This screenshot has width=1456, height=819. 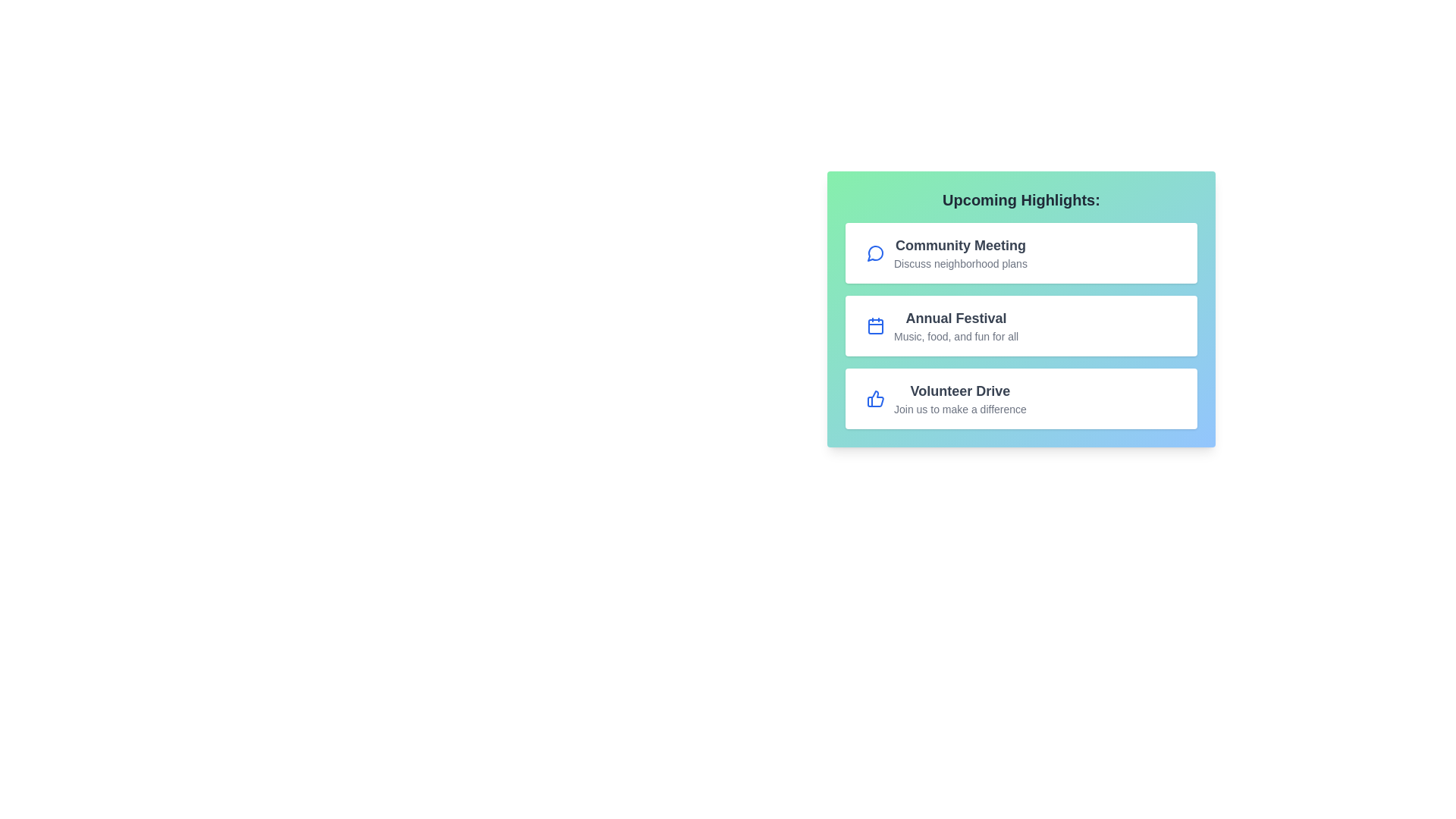 What do you see at coordinates (1021, 397) in the screenshot?
I see `the event item Volunteer Drive to observe its hover effect` at bounding box center [1021, 397].